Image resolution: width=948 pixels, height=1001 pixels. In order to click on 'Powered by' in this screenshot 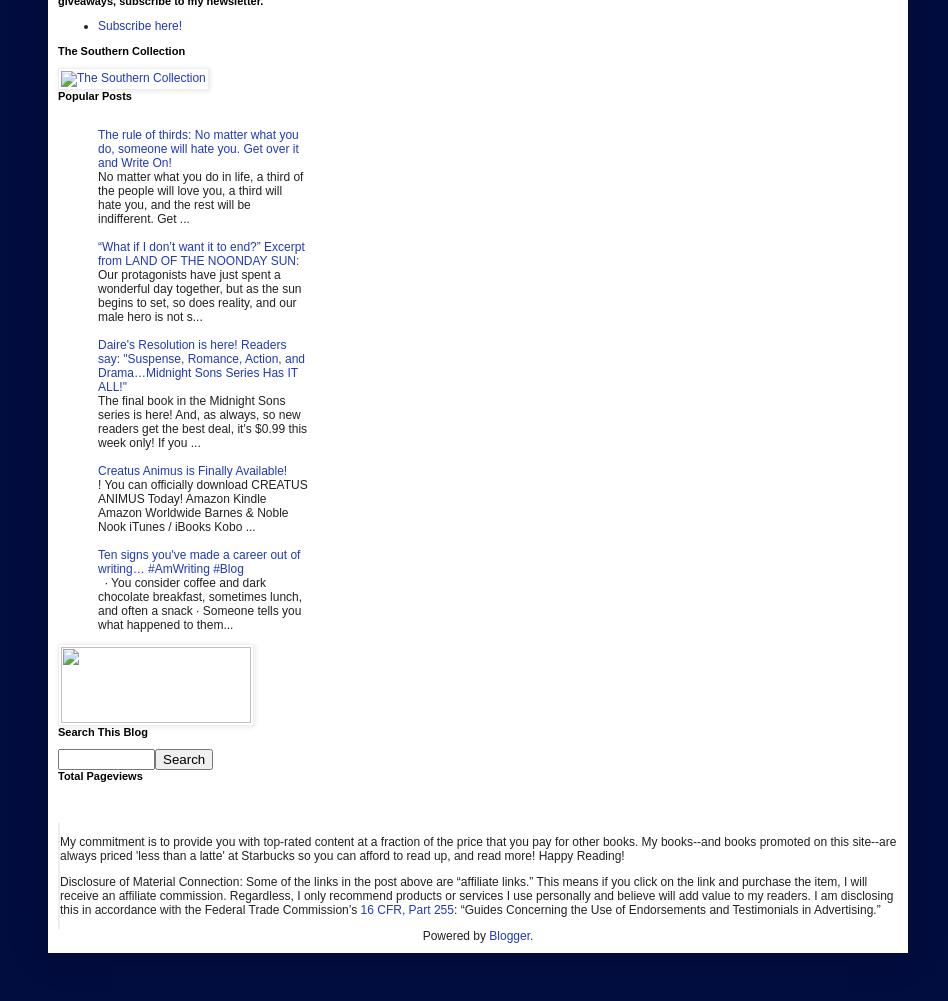, I will do `click(454, 935)`.